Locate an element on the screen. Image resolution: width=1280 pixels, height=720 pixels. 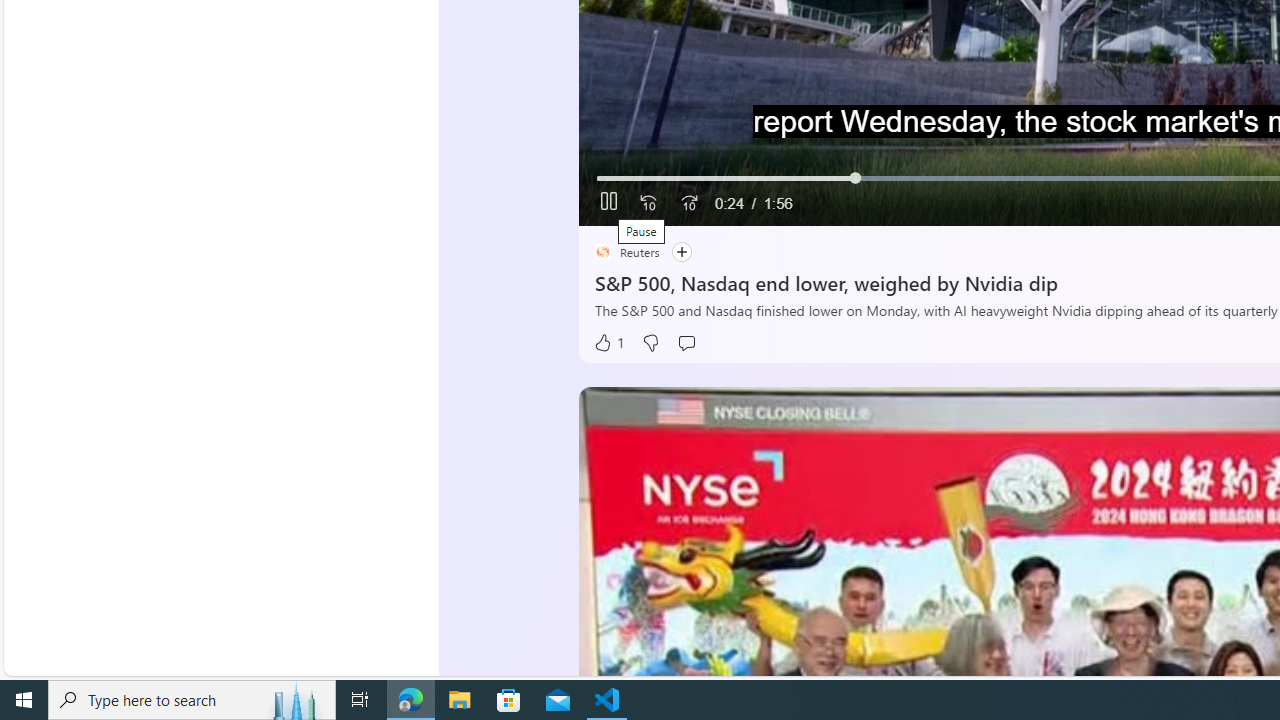
'placeholder Reuters' is located at coordinates (625, 251).